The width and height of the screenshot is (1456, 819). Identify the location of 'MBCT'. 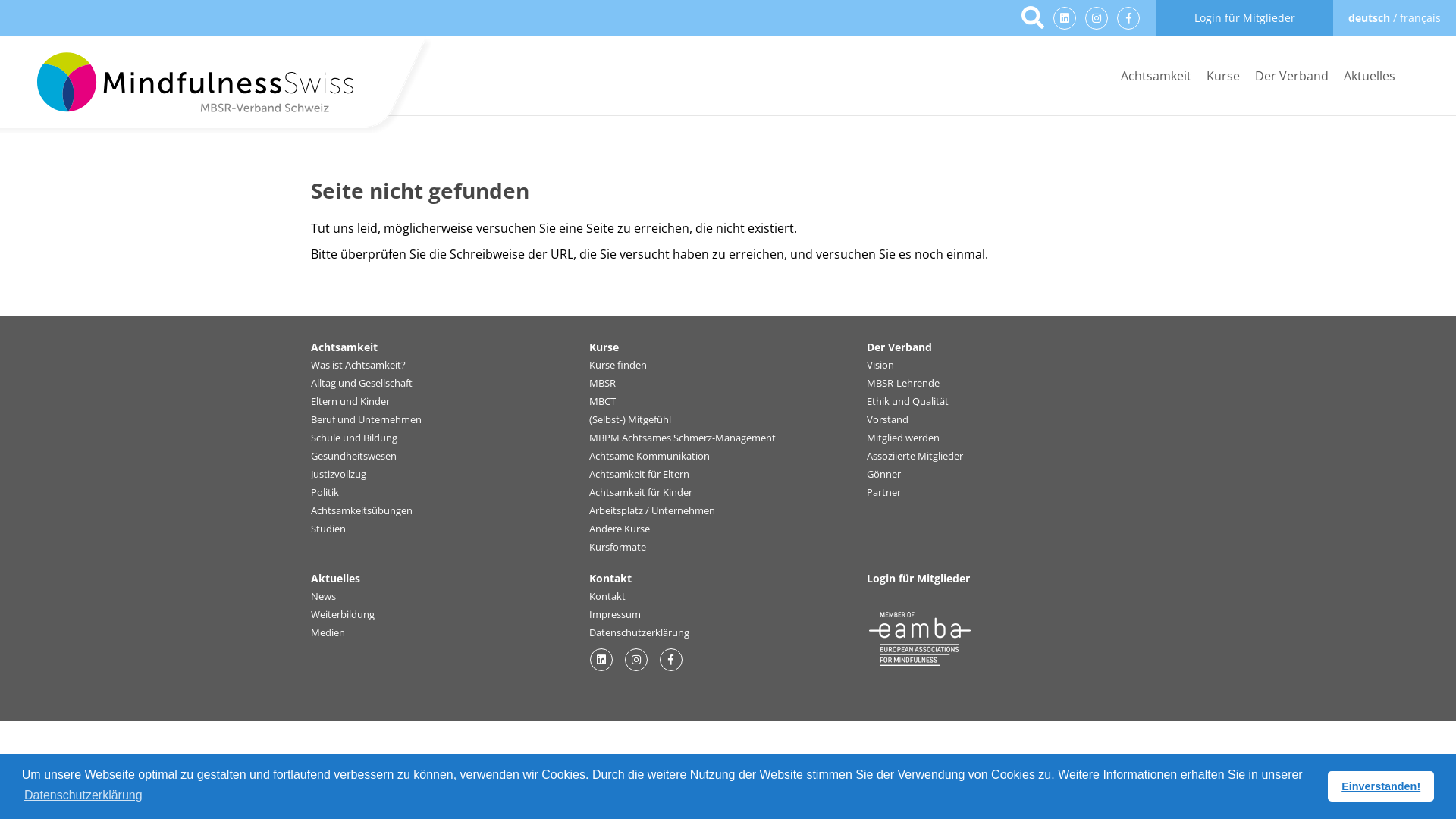
(601, 400).